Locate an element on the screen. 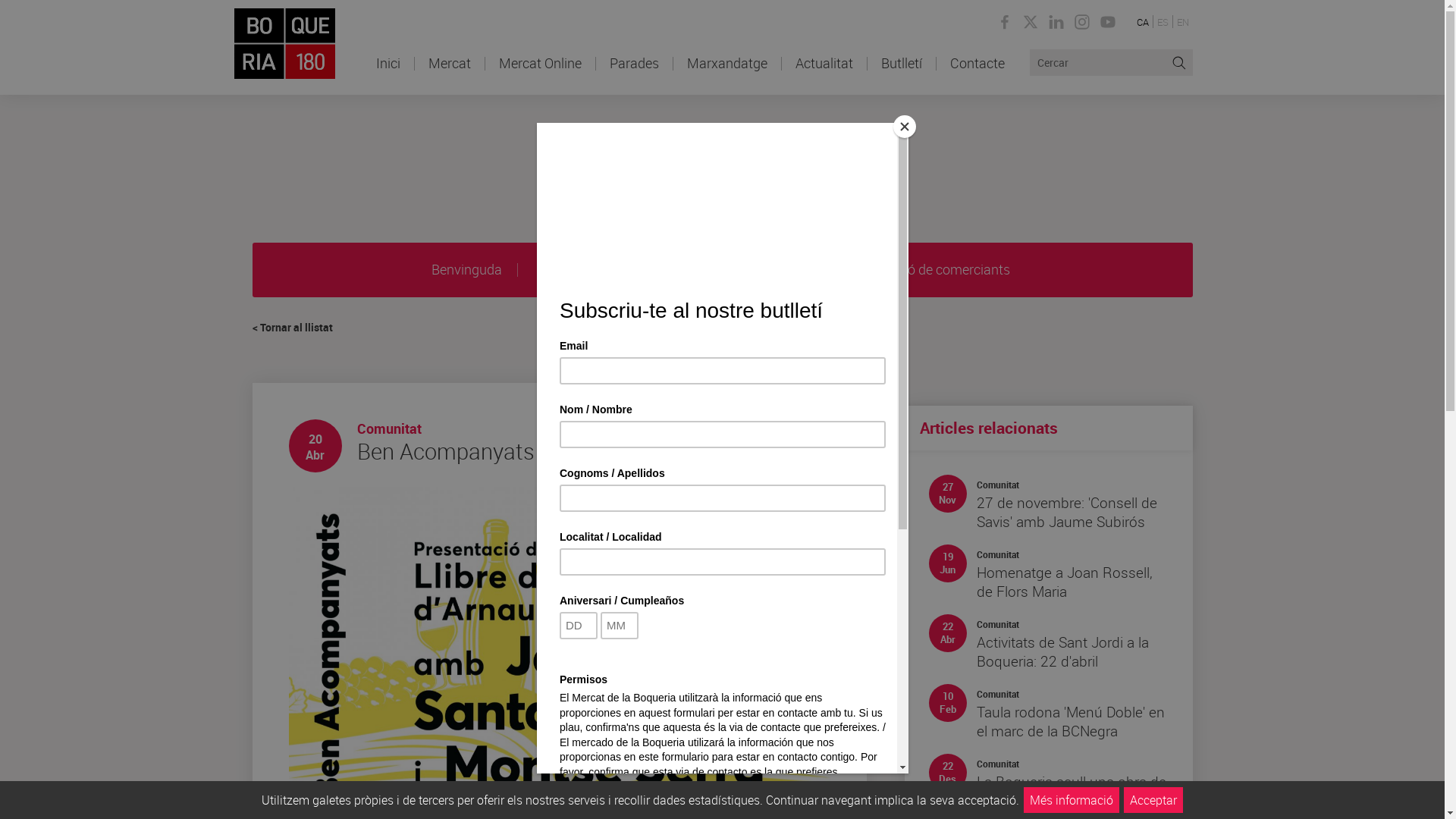 This screenshot has width=1456, height=819. 'Mercat Online' is located at coordinates (540, 75).